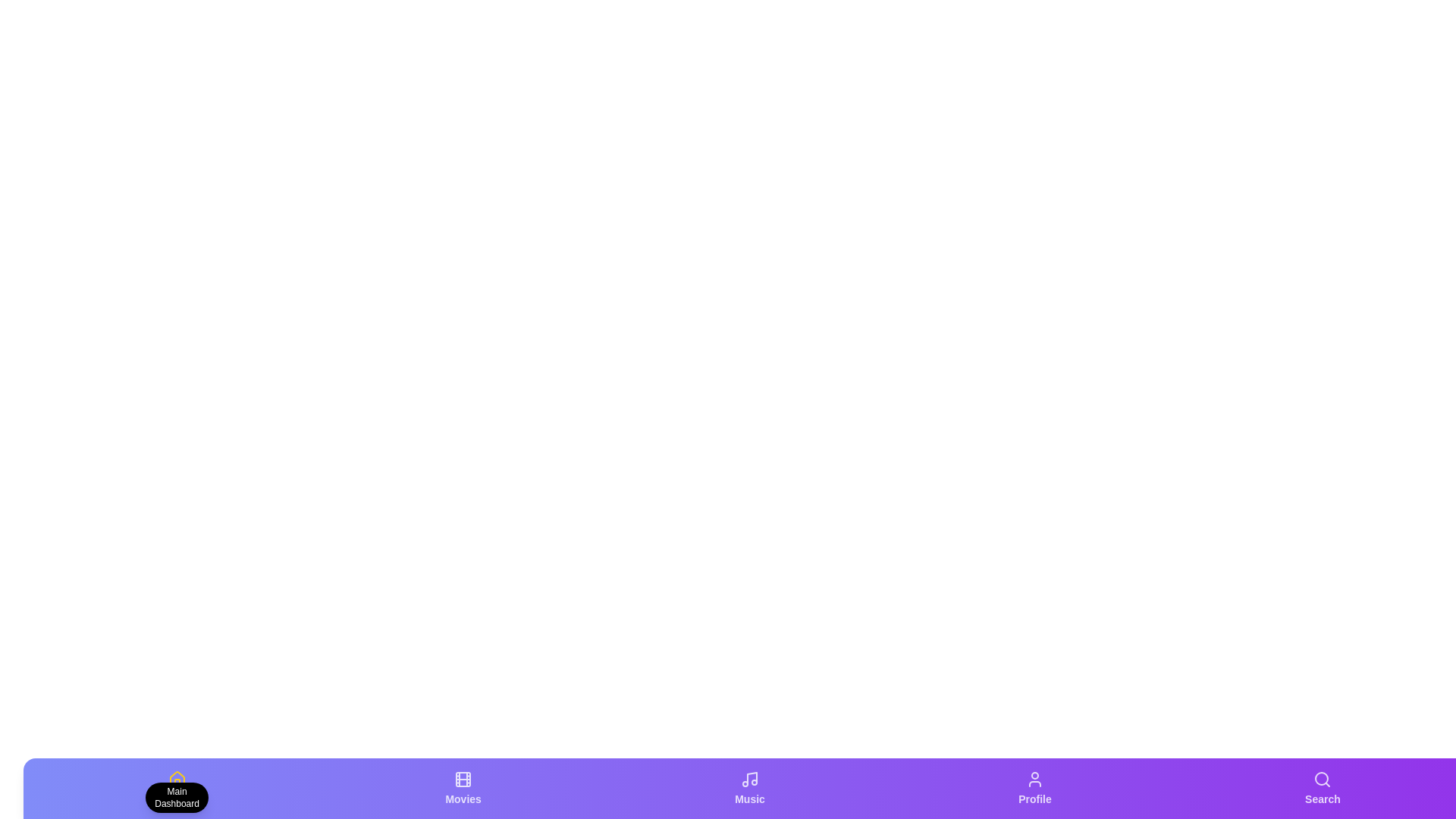 This screenshot has width=1456, height=819. I want to click on the Music tab by clicking on it, so click(749, 788).